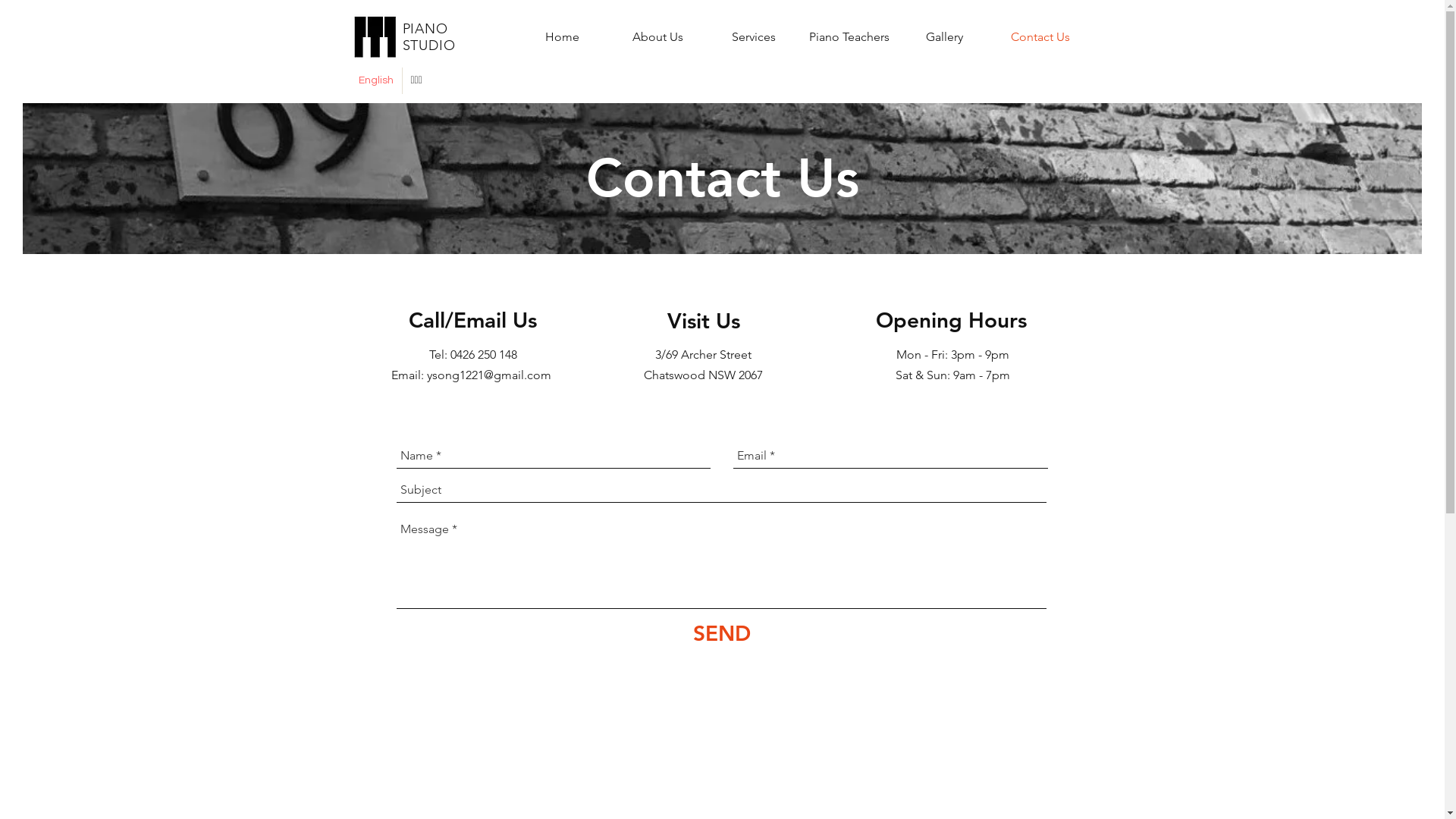  Describe the element at coordinates (472, 375) in the screenshot. I see `'Email: ysong1221@gmail.com '` at that location.